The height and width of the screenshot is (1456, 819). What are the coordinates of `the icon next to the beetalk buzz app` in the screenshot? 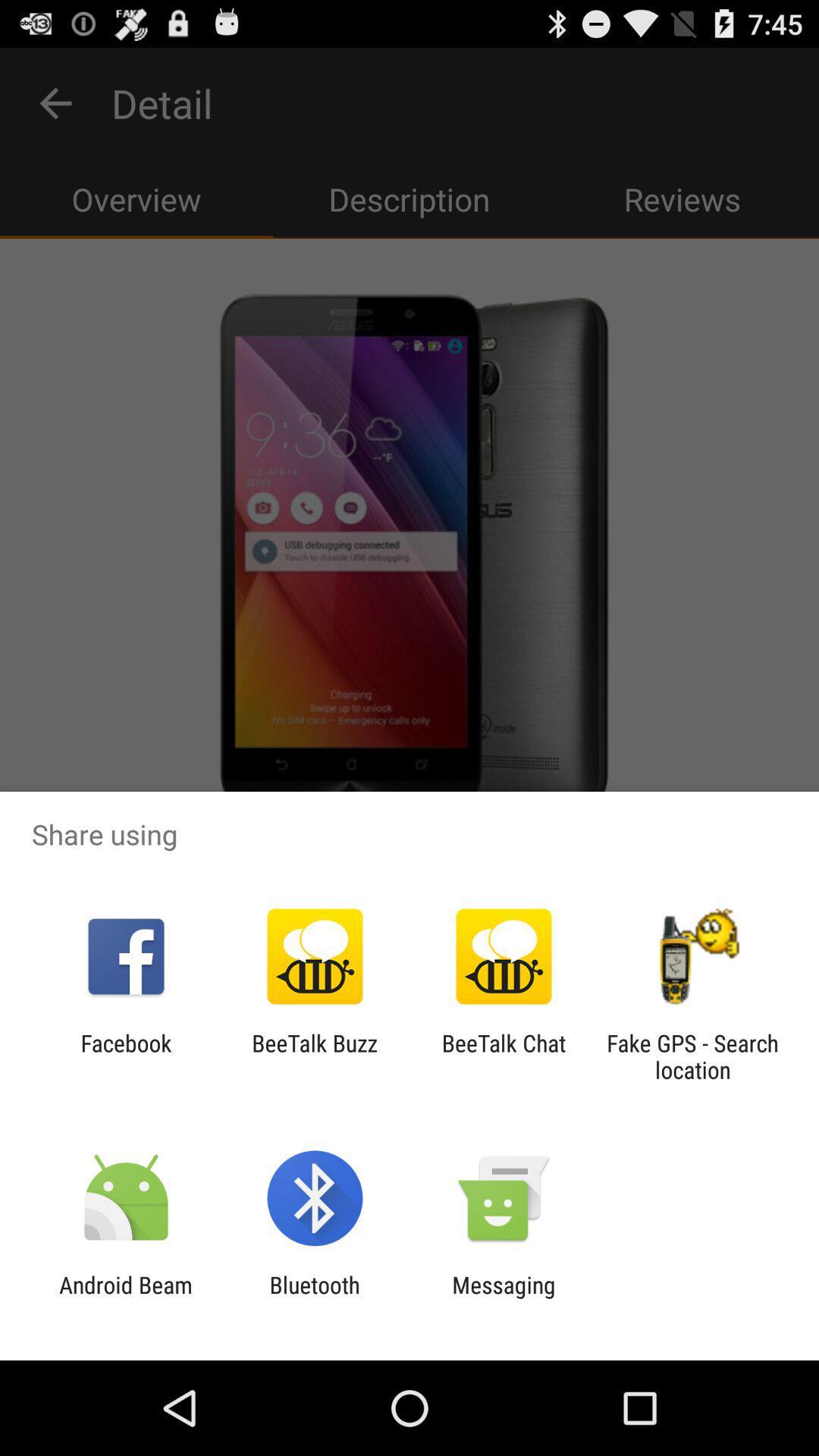 It's located at (125, 1056).